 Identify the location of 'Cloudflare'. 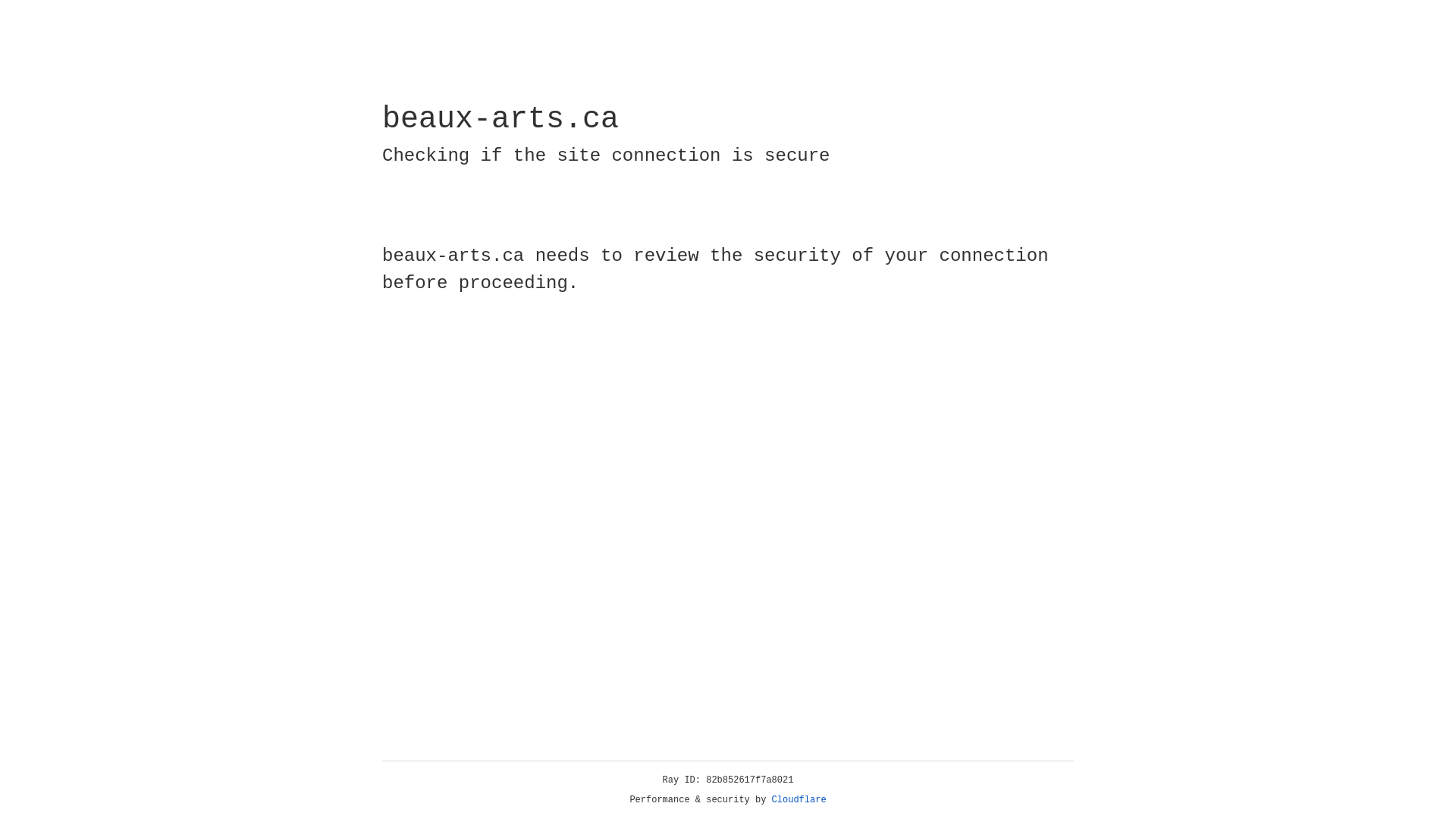
(771, 799).